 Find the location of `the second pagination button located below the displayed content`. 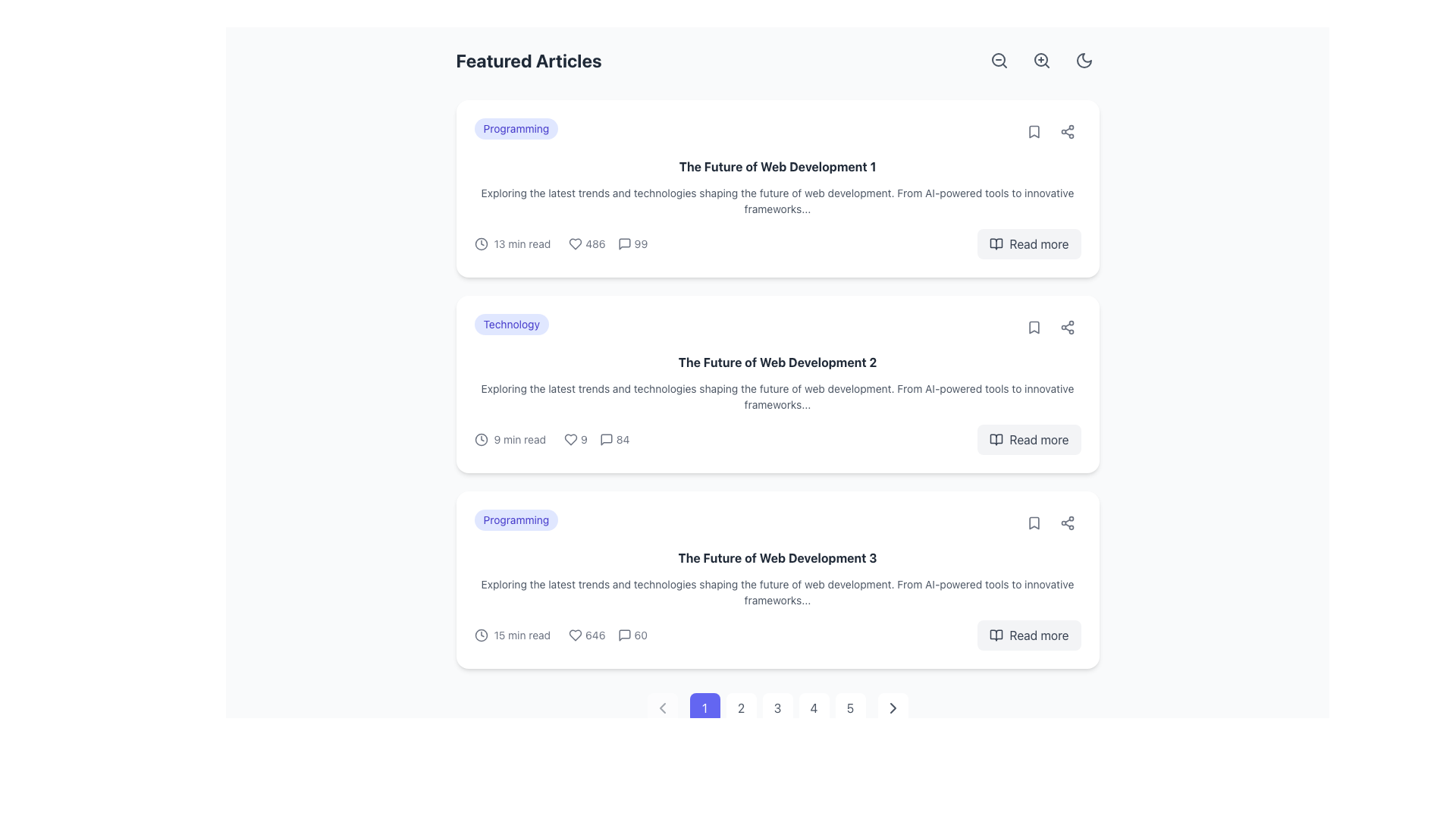

the second pagination button located below the displayed content is located at coordinates (741, 708).